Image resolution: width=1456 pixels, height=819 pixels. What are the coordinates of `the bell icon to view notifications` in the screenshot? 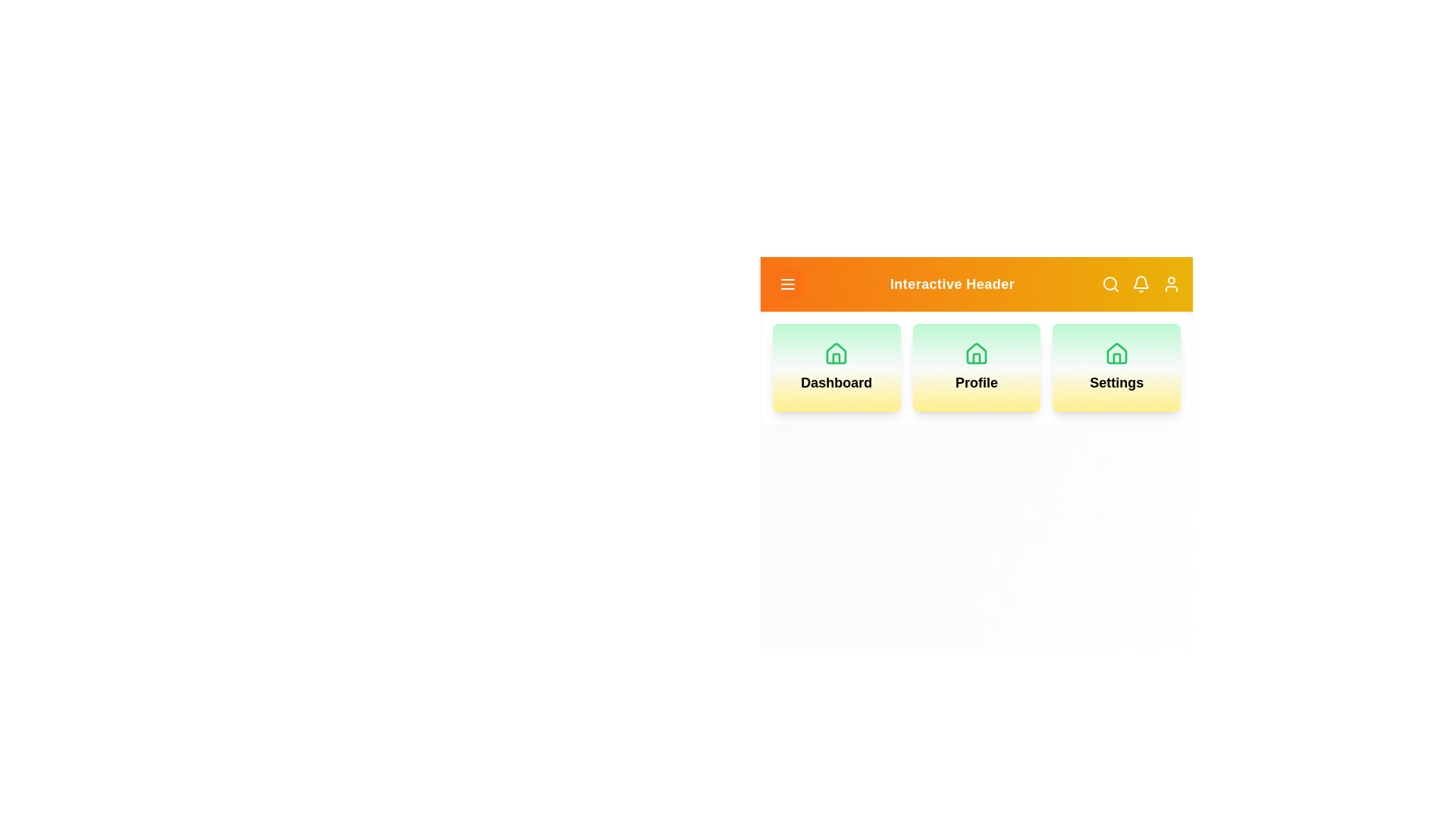 It's located at (1141, 284).